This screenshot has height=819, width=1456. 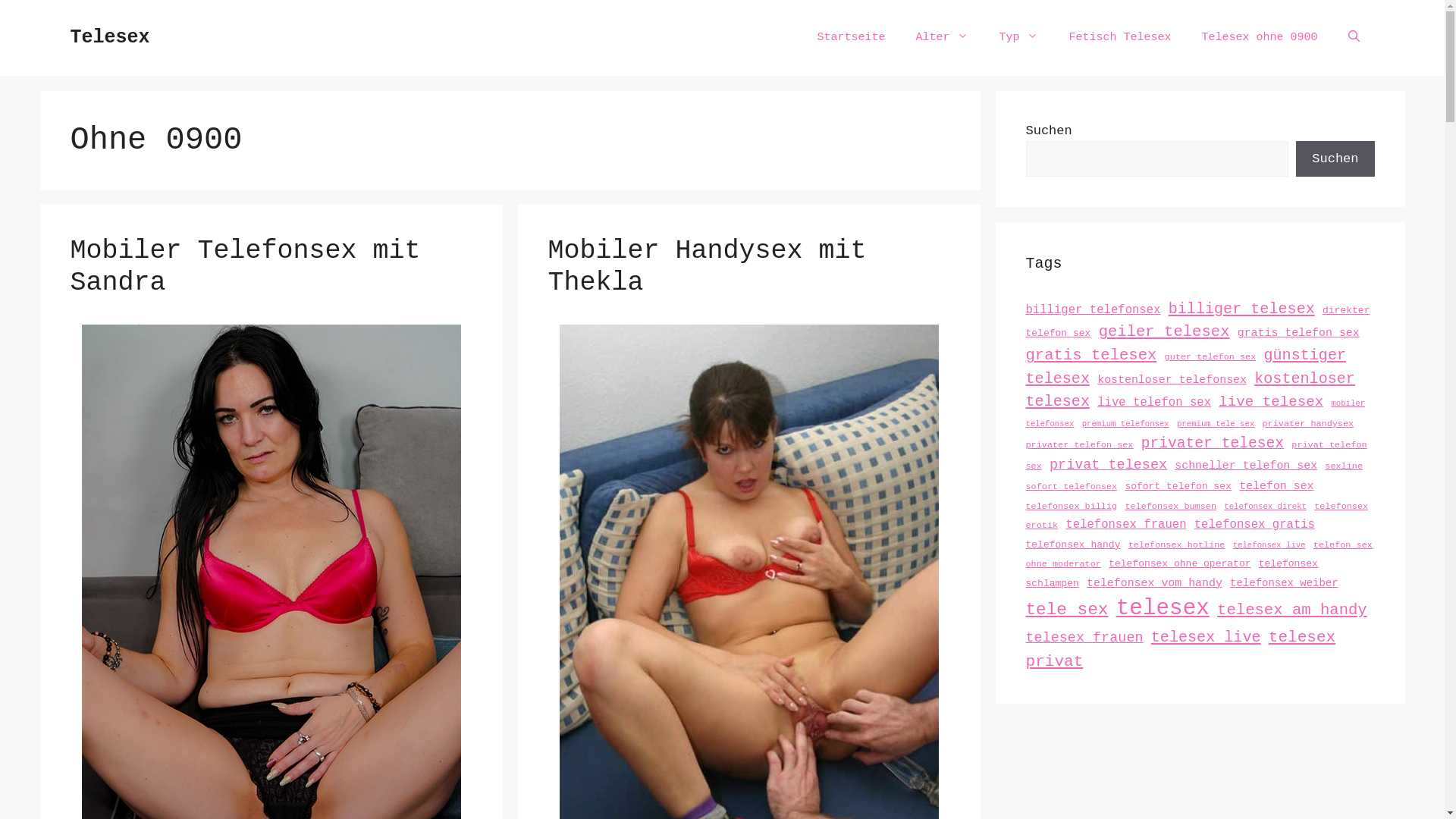 I want to click on 'Startseite', so click(x=851, y=37).